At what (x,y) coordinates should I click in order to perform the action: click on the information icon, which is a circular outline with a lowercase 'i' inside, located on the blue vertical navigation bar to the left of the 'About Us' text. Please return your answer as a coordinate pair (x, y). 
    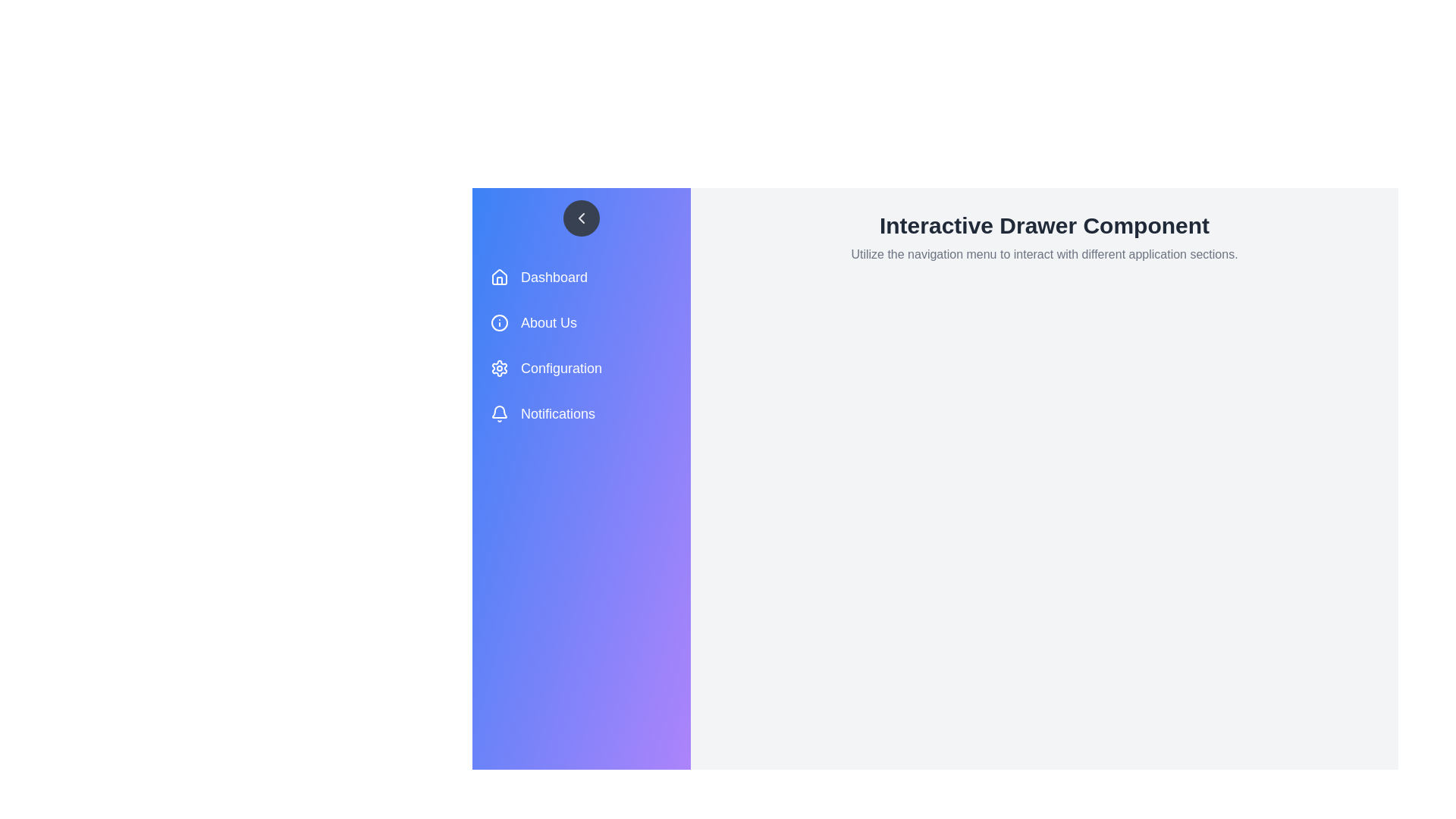
    Looking at the image, I should click on (499, 322).